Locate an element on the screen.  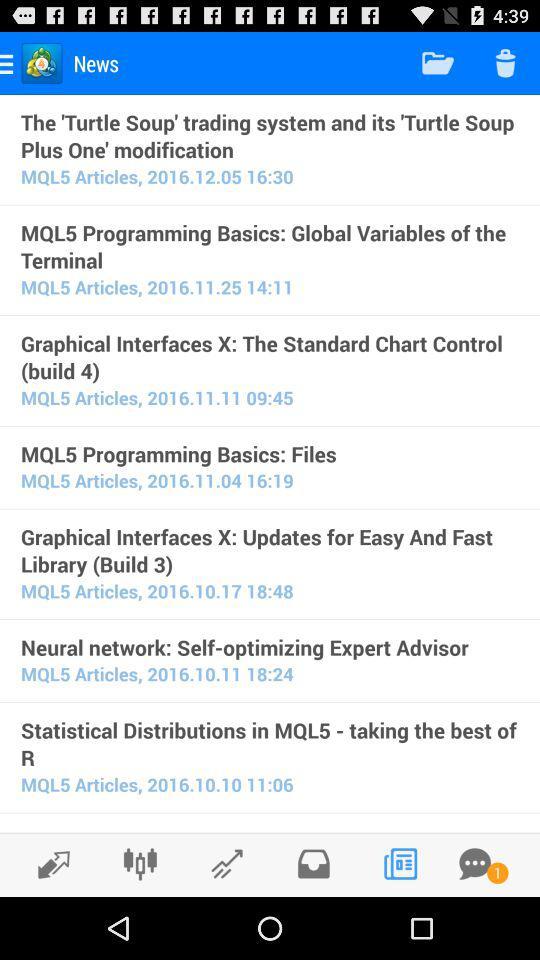
the icon below the mql5 articles 2016 icon is located at coordinates (270, 829).